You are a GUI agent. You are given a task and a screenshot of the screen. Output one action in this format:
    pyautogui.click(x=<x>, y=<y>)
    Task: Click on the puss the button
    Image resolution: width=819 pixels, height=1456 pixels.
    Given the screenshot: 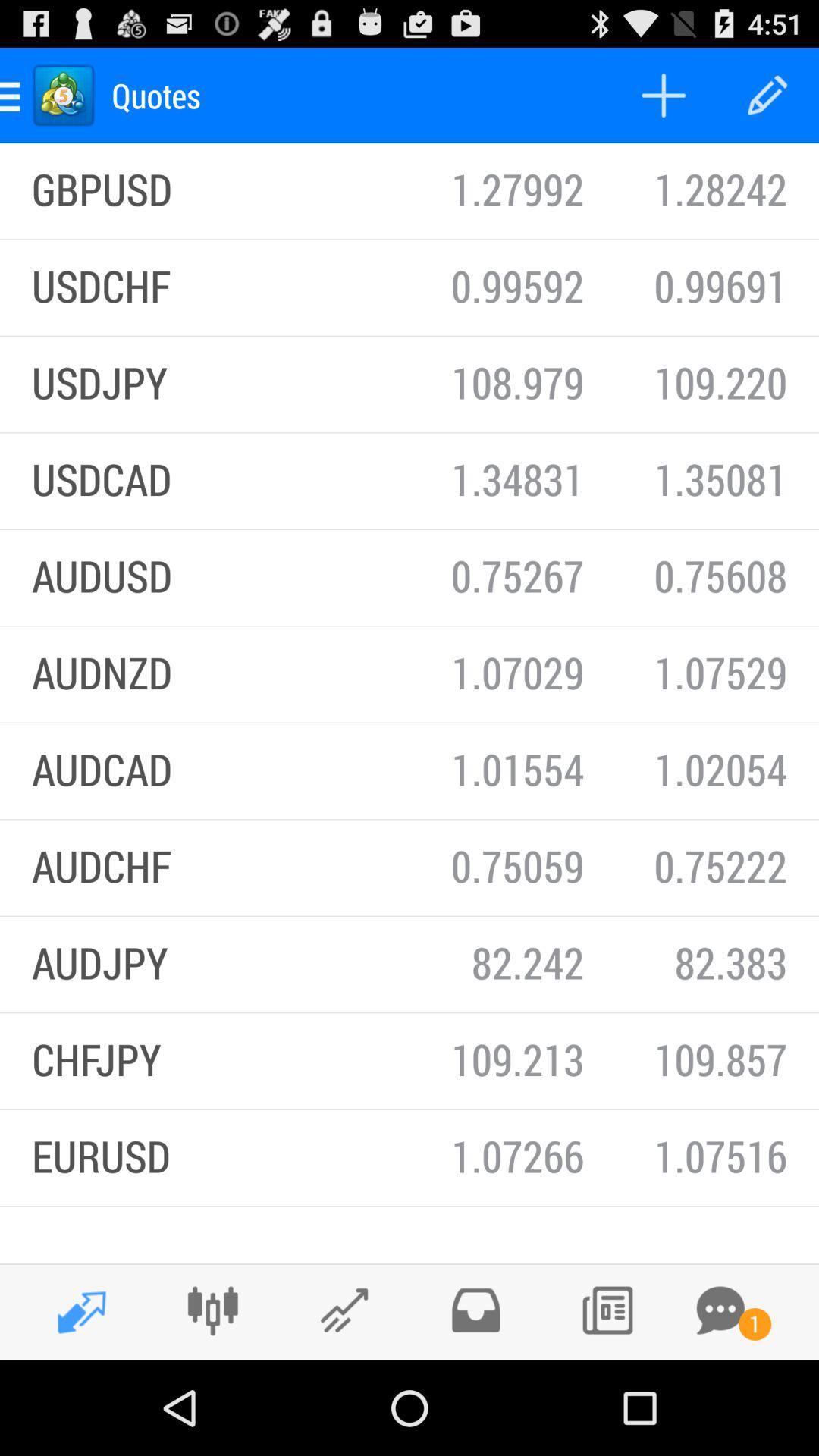 What is the action you would take?
    pyautogui.click(x=606, y=1310)
    